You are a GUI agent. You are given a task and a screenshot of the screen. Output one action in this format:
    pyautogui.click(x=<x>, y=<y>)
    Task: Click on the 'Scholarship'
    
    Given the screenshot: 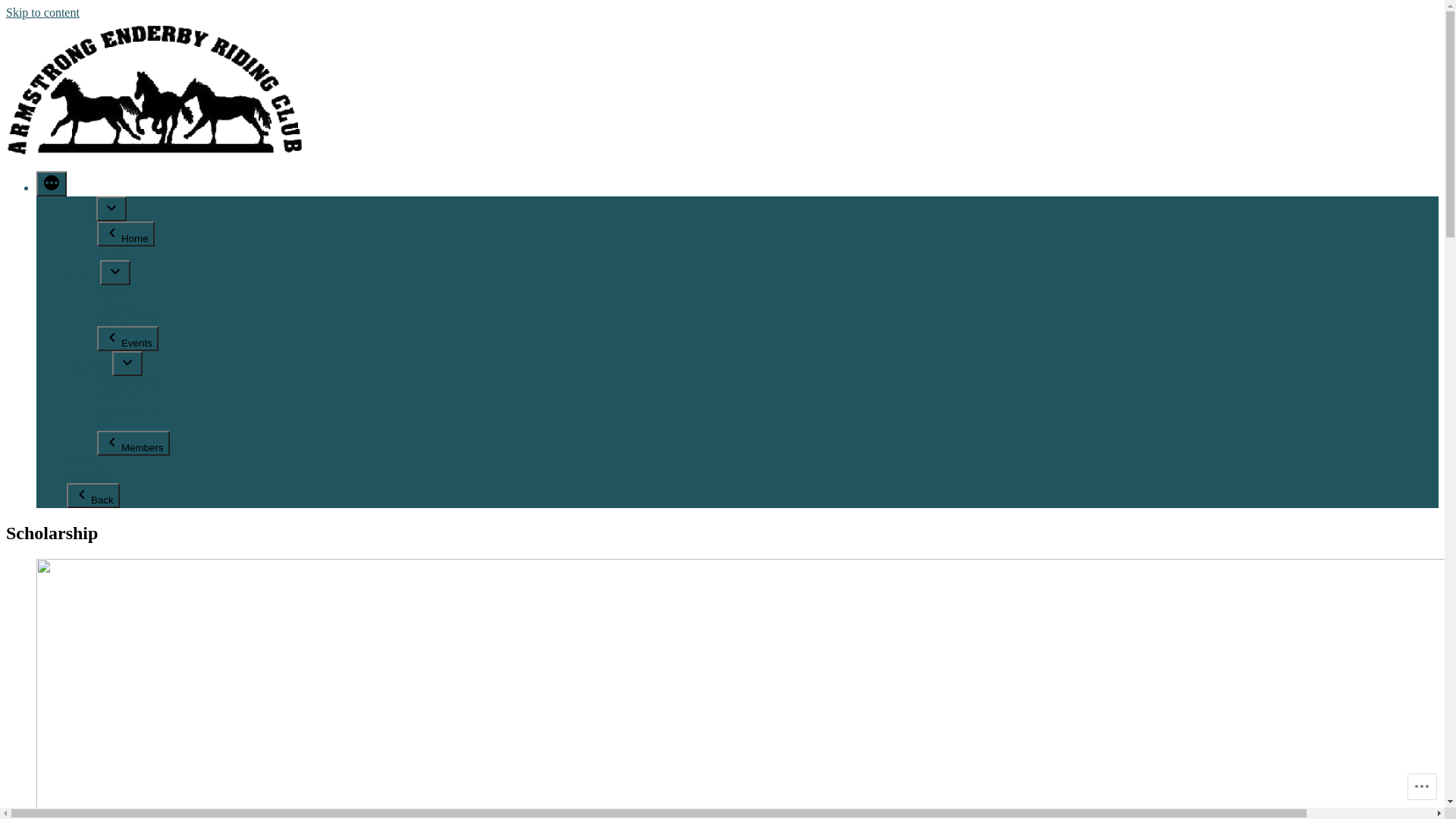 What is the action you would take?
    pyautogui.click(x=126, y=409)
    